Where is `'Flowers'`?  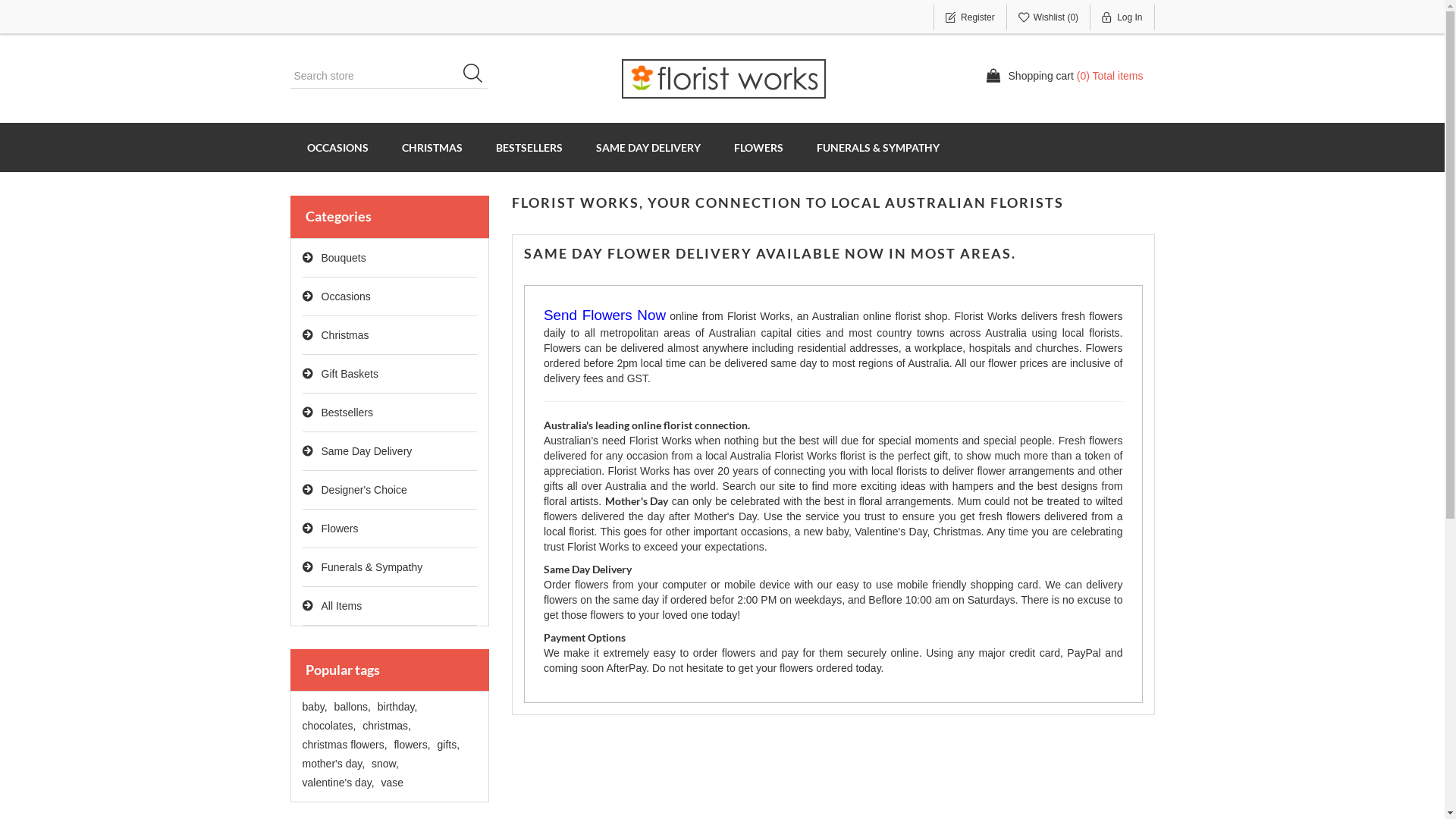 'Flowers' is located at coordinates (389, 528).